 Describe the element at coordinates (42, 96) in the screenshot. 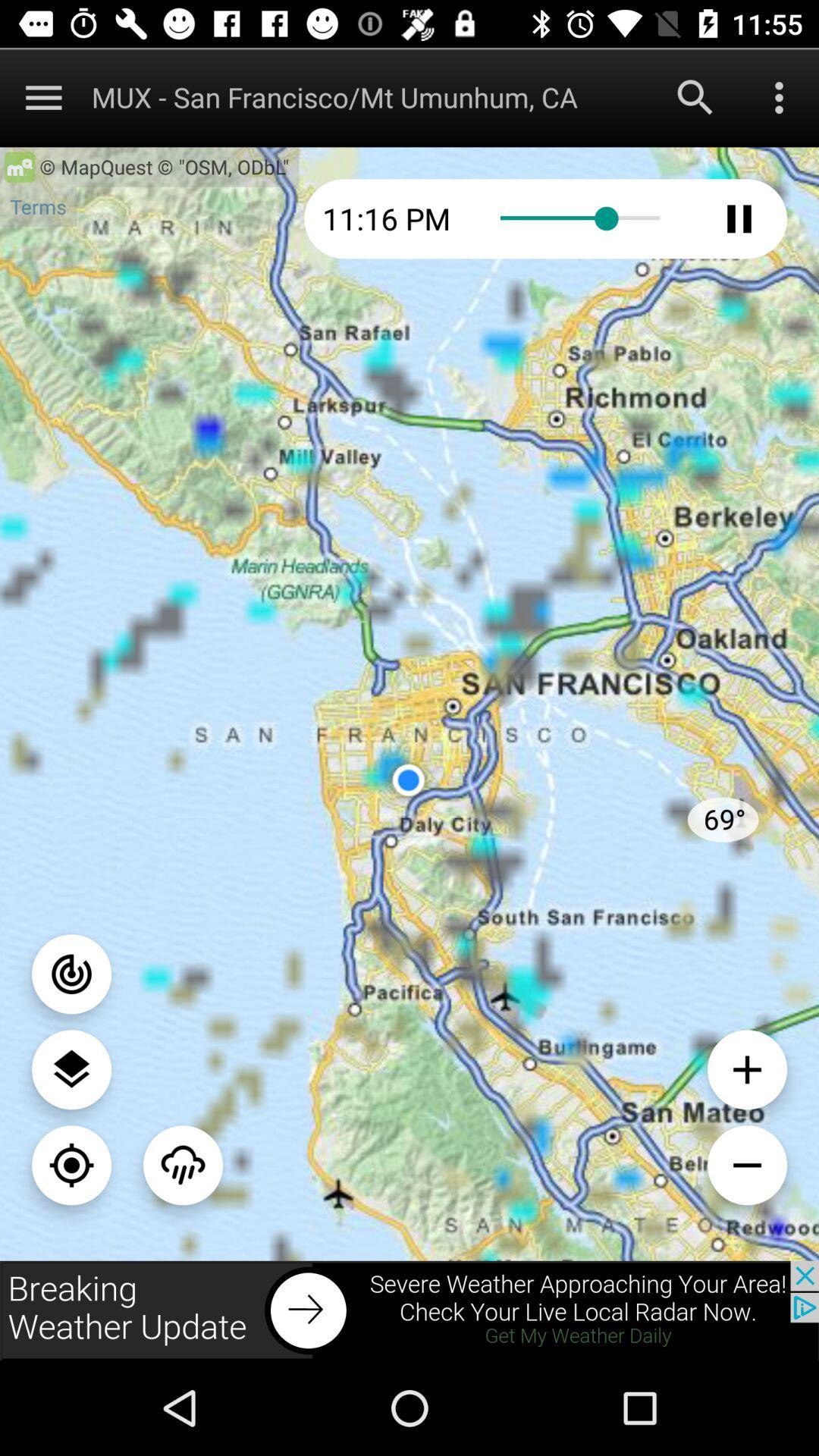

I see `menu icon` at that location.